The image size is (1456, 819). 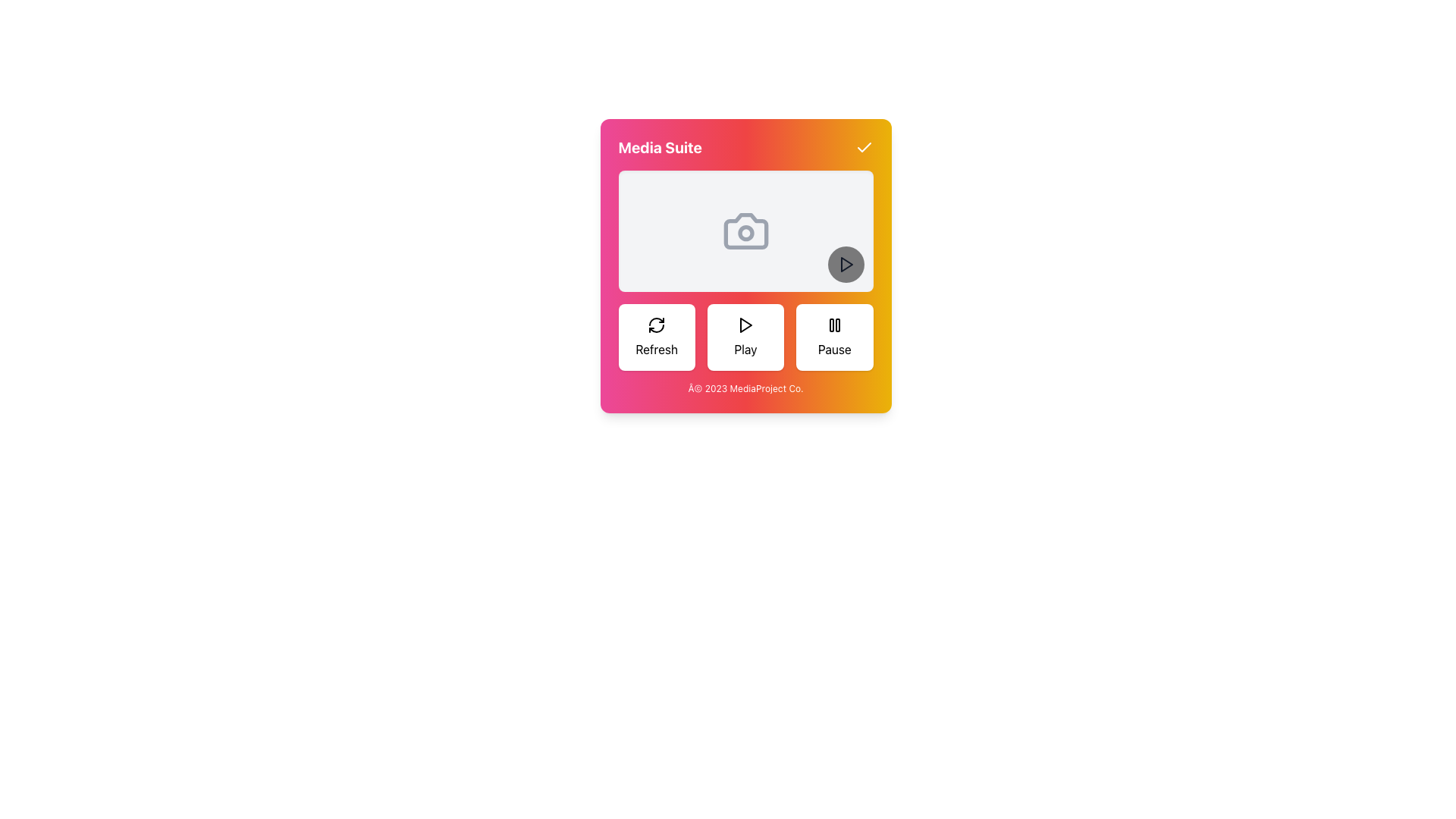 What do you see at coordinates (745, 231) in the screenshot?
I see `icon representing the feature for capturing or handling visual media, located in the top-middle region of the interface above the buttons labeled 'Refresh,' 'Play,' and 'Pause.'` at bounding box center [745, 231].